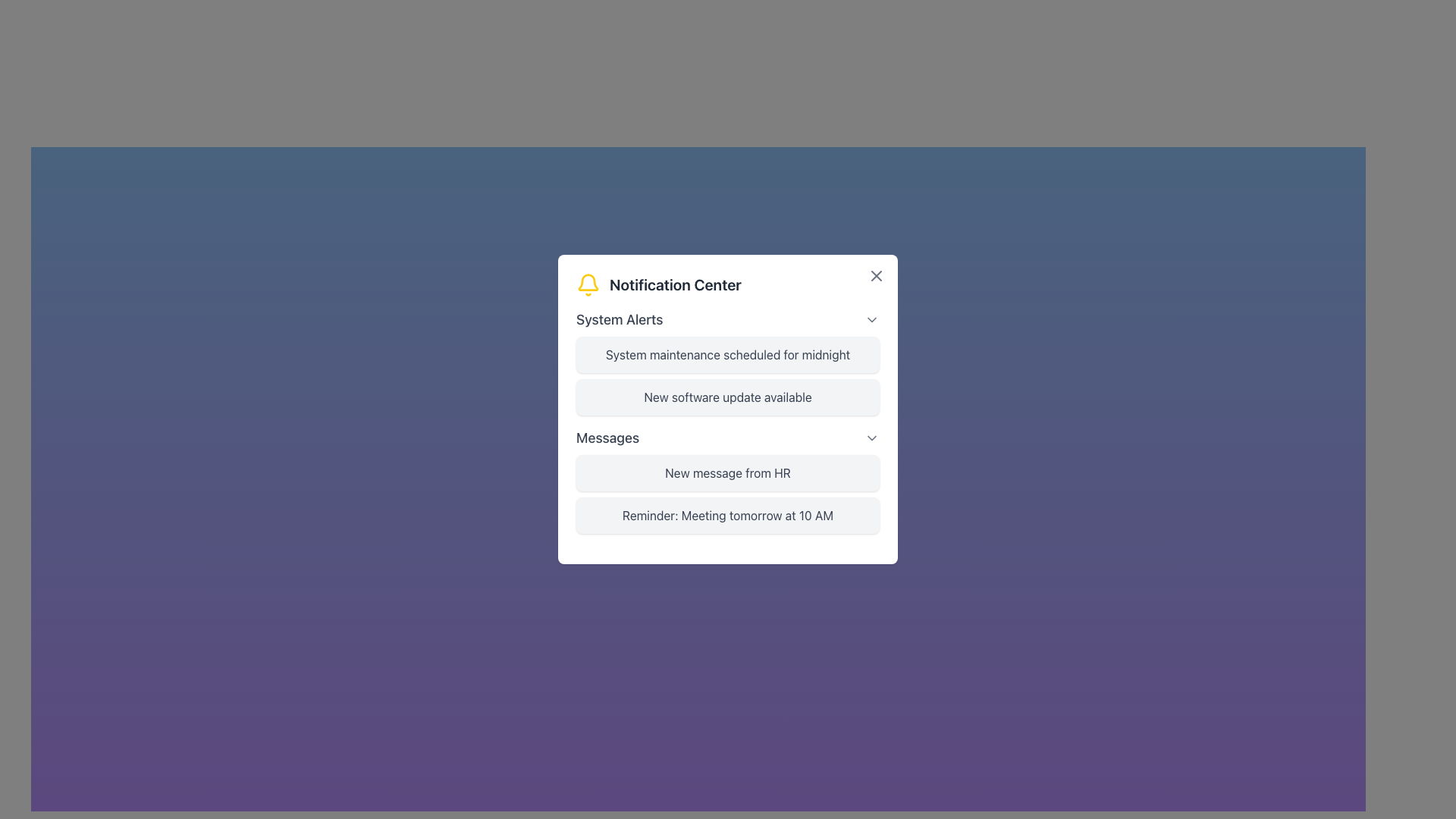 The image size is (1456, 819). What do you see at coordinates (728, 438) in the screenshot?
I see `the Dropdown Trigger located in the middle of the notification center interface, above 'New message from HR' and below 'New software update available'` at bounding box center [728, 438].